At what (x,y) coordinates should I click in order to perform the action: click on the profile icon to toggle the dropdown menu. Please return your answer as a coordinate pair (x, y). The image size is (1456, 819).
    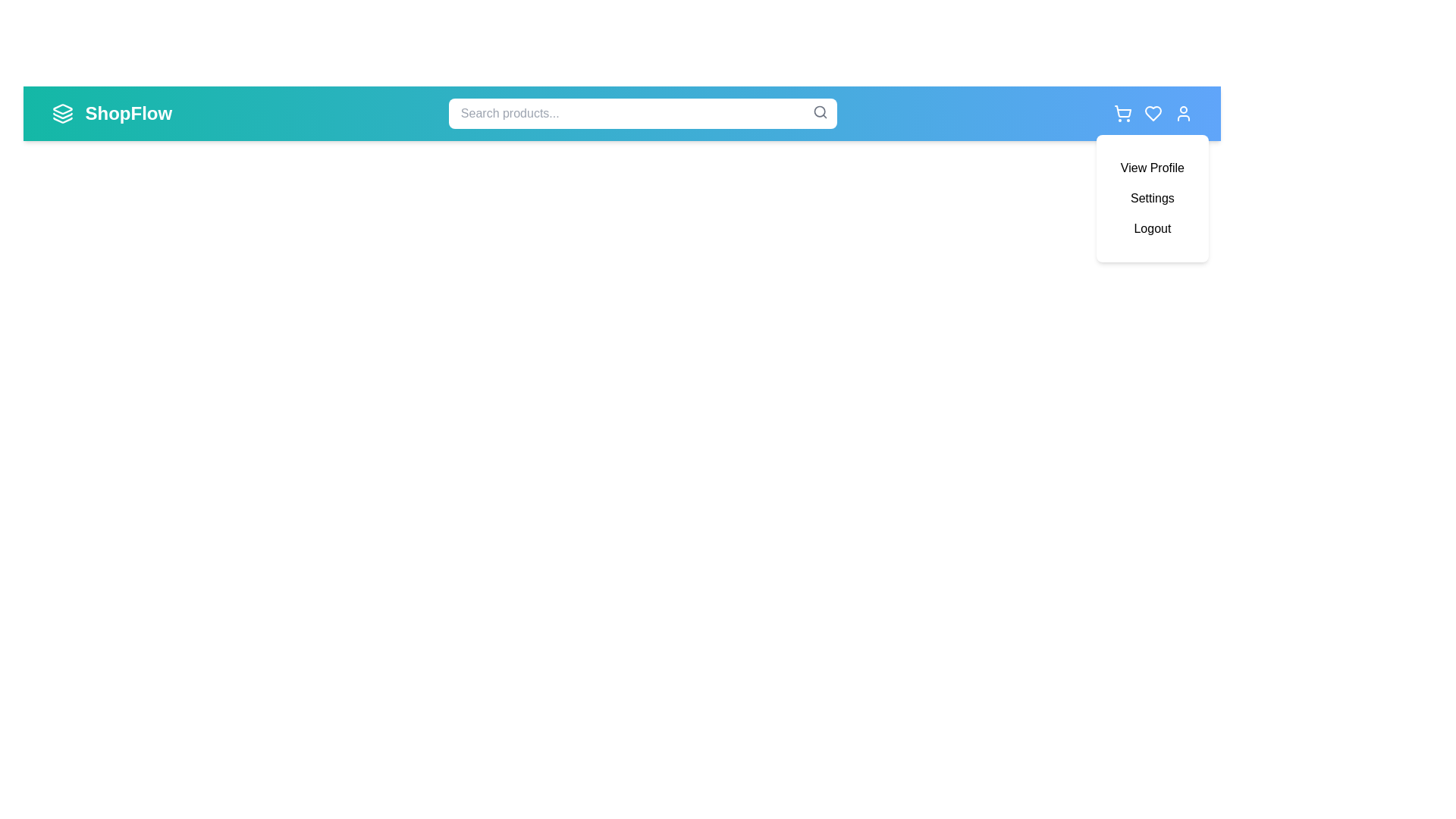
    Looking at the image, I should click on (1182, 113).